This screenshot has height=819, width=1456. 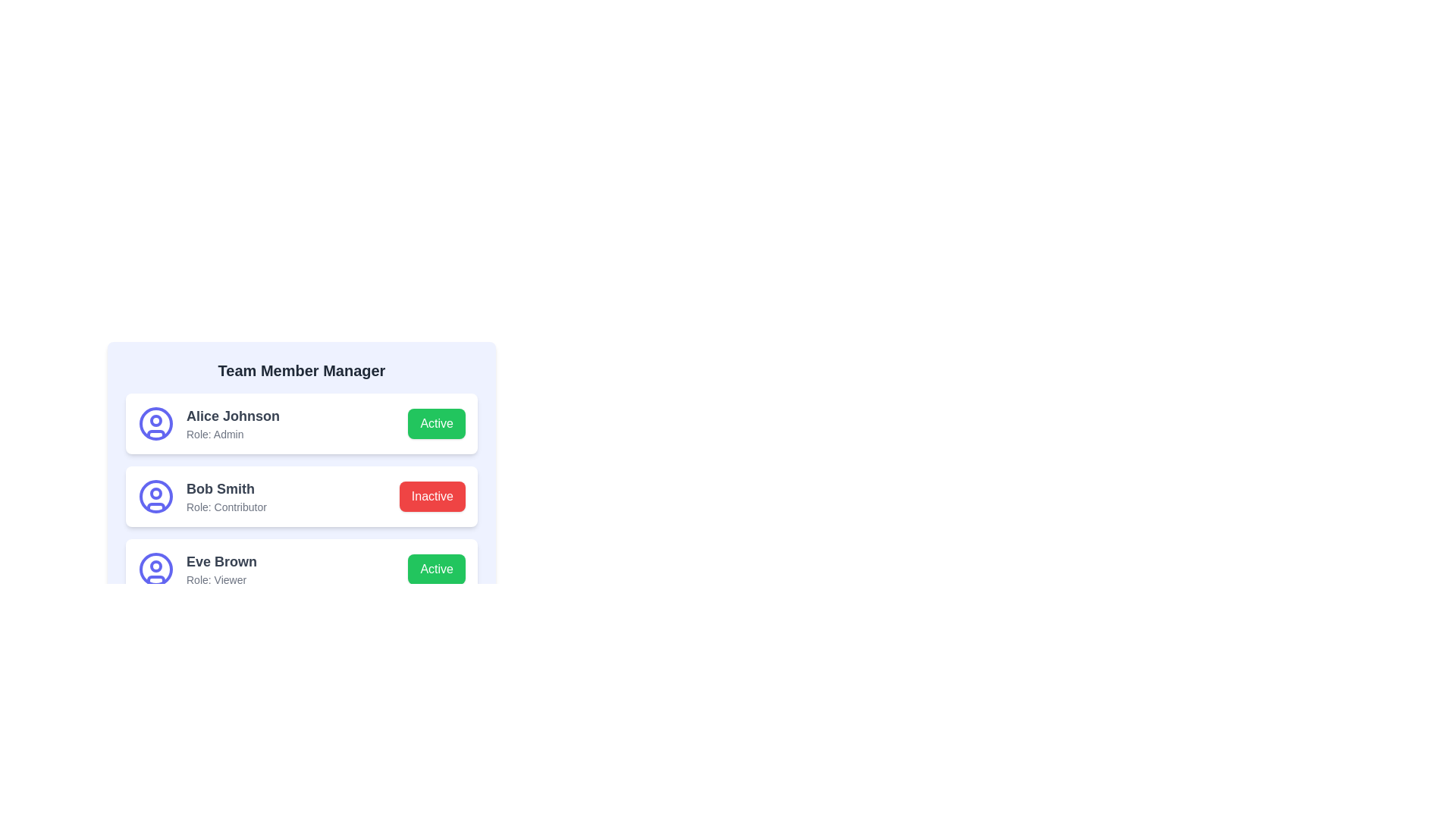 I want to click on the SVG Circle Element that resembles a user's profile icon for 'Bob Smith', so click(x=156, y=494).